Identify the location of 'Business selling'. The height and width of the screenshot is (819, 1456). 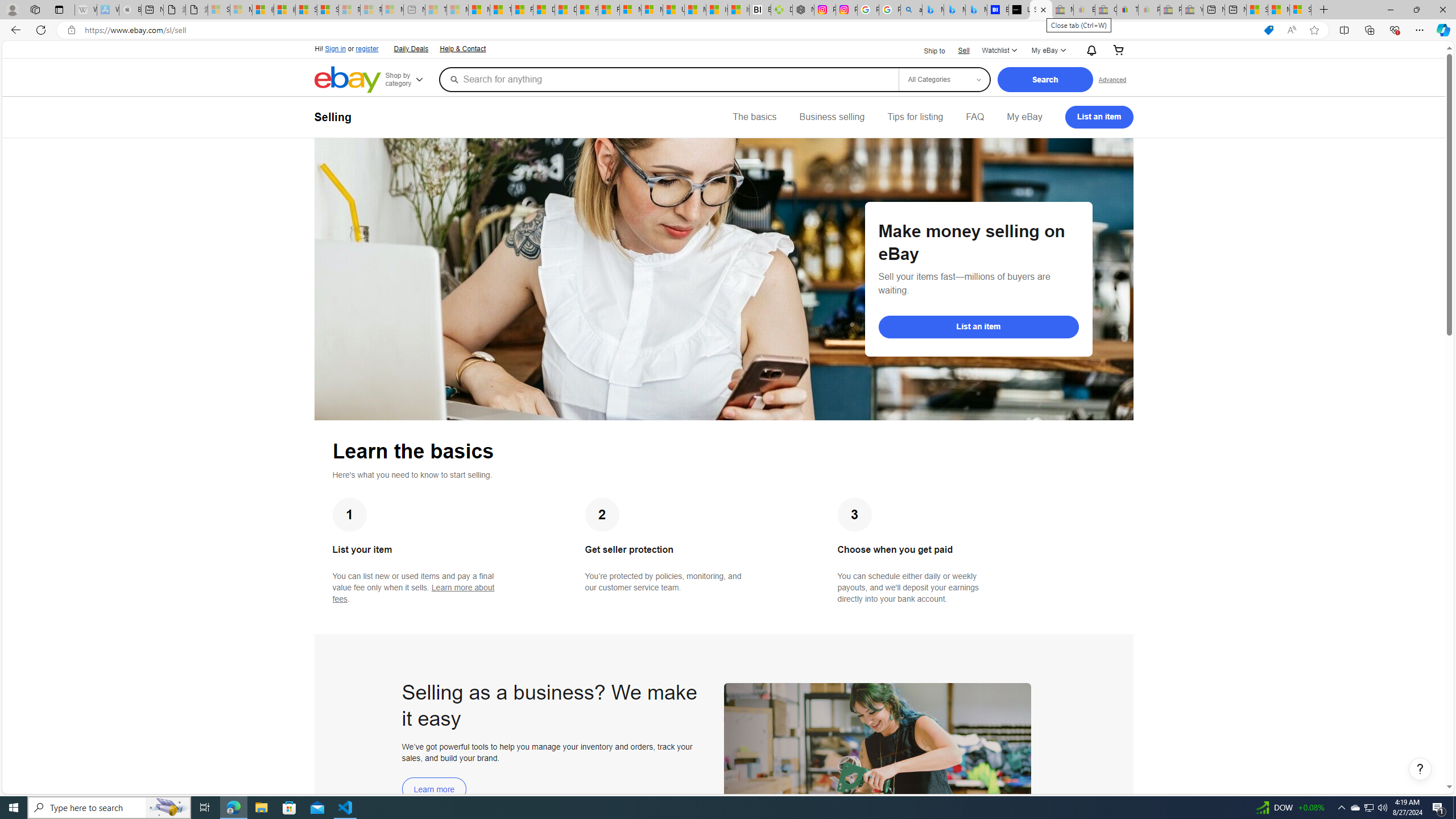
(832, 116).